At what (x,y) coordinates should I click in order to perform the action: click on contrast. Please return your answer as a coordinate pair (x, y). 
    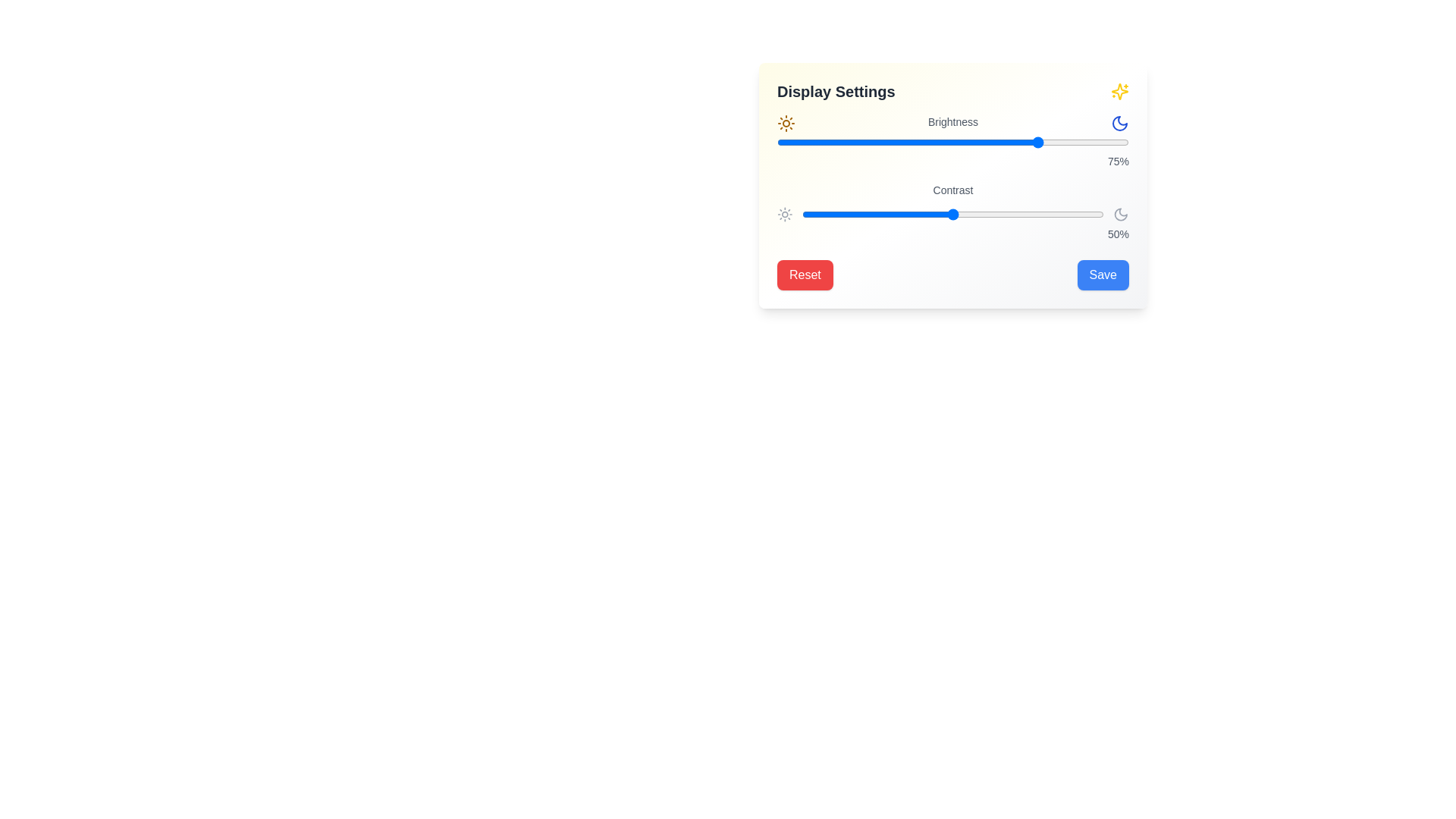
    Looking at the image, I should click on (1031, 214).